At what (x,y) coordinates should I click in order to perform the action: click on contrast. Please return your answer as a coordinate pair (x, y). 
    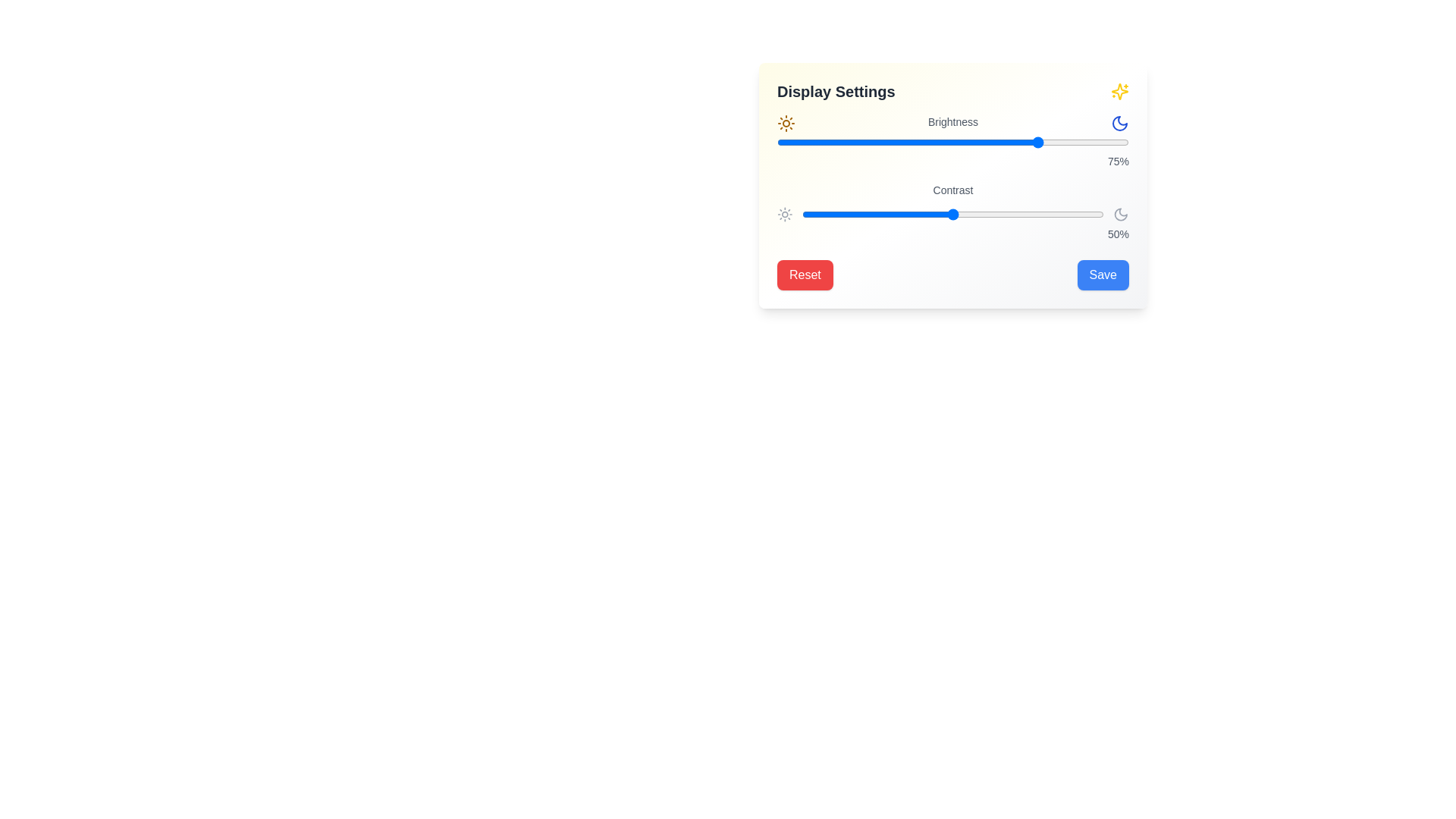
    Looking at the image, I should click on (1031, 214).